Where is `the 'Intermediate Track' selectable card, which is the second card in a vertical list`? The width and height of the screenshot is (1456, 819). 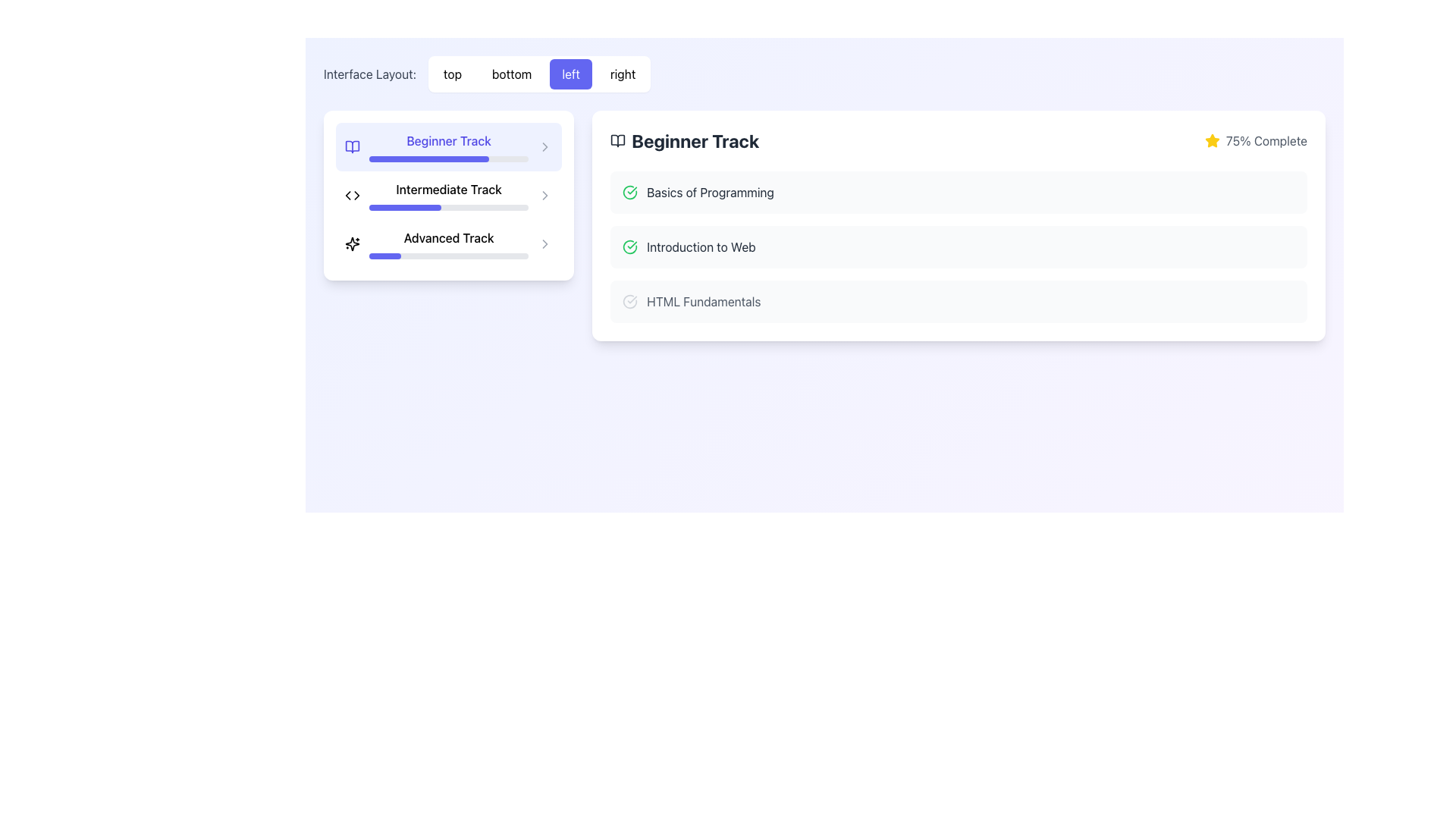 the 'Intermediate Track' selectable card, which is the second card in a vertical list is located at coordinates (448, 195).